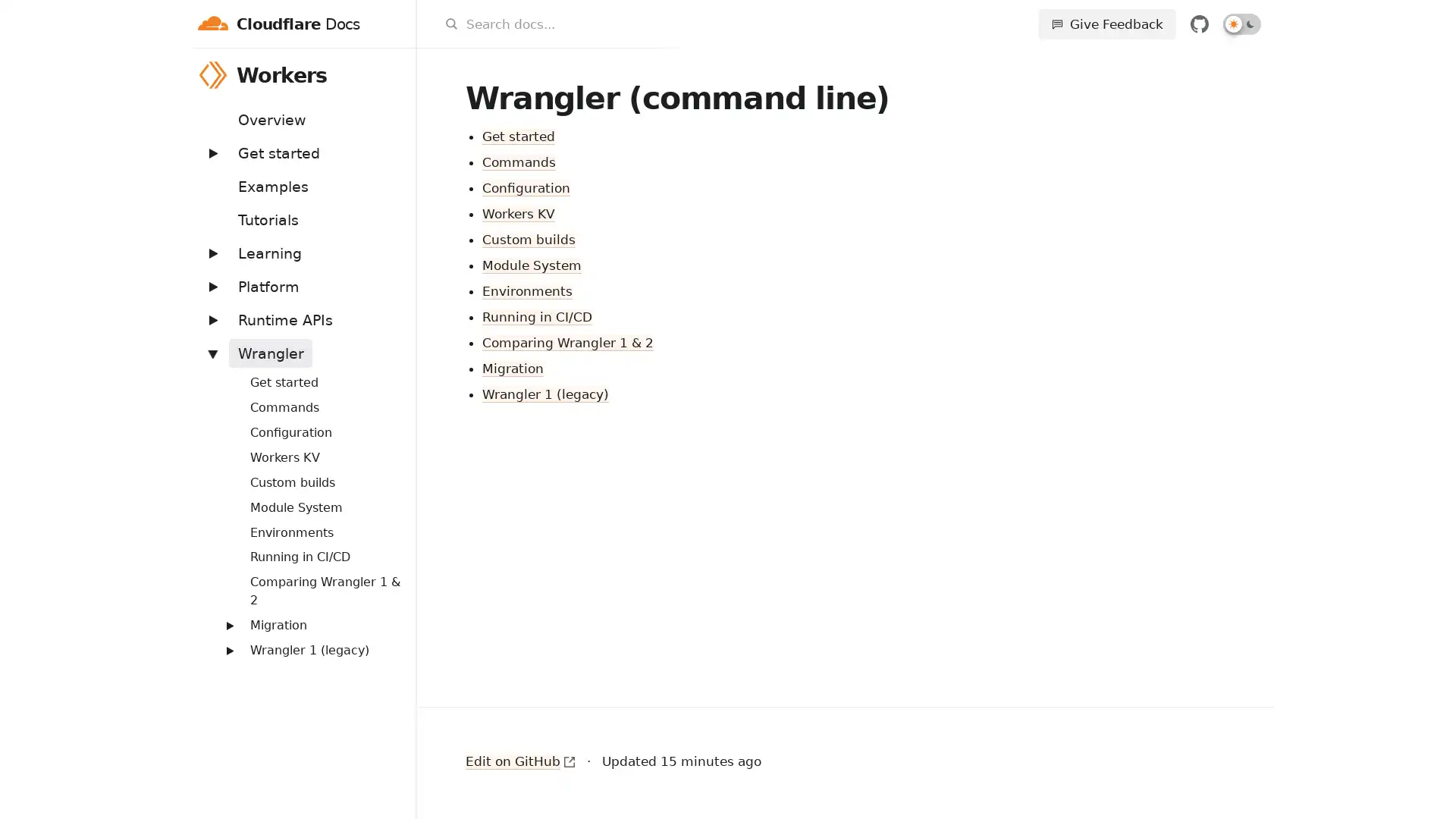  Describe the element at coordinates (396, 74) in the screenshot. I see `Workers menu` at that location.